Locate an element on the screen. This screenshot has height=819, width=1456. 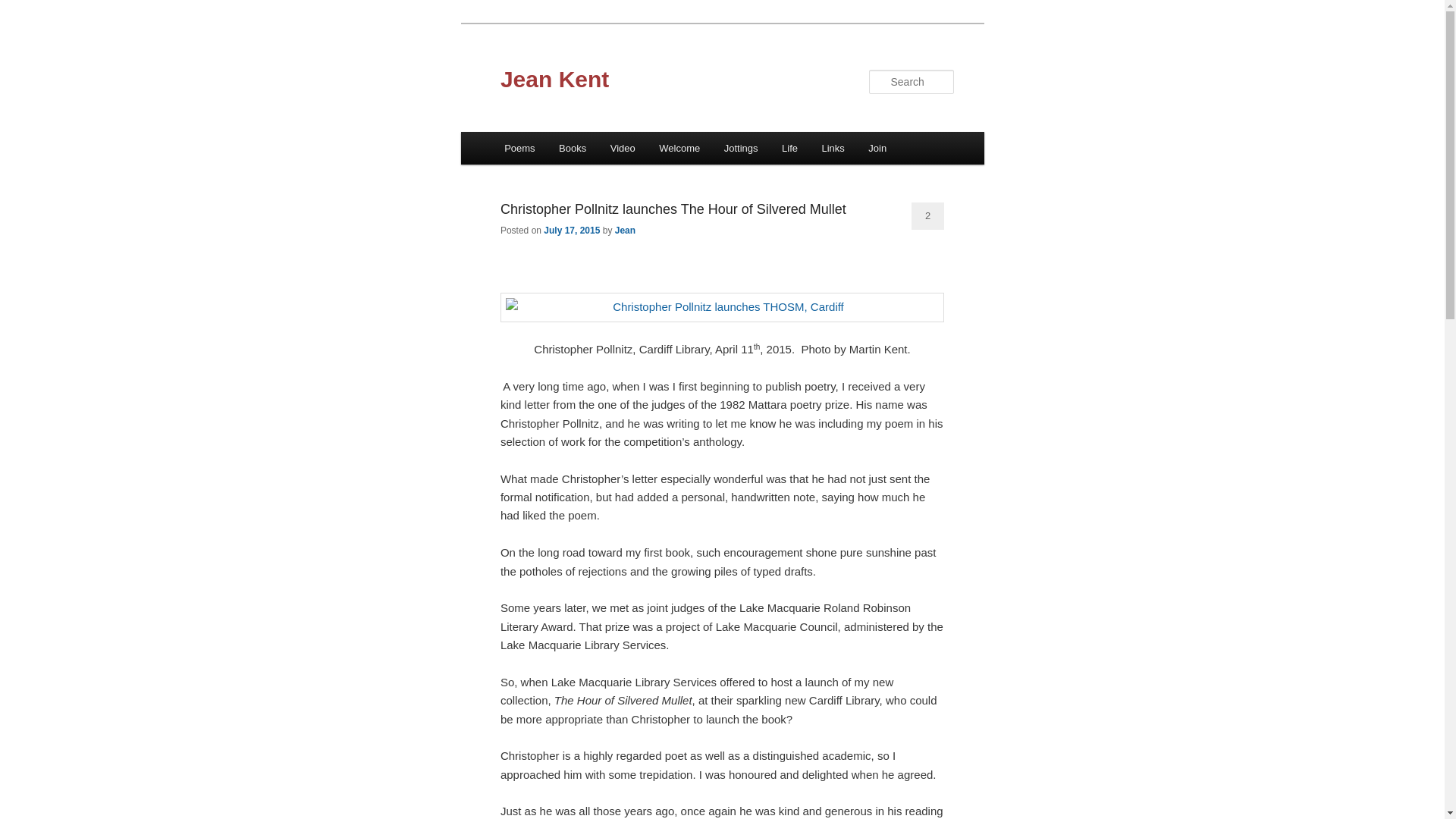
'Search' is located at coordinates (24, 8).